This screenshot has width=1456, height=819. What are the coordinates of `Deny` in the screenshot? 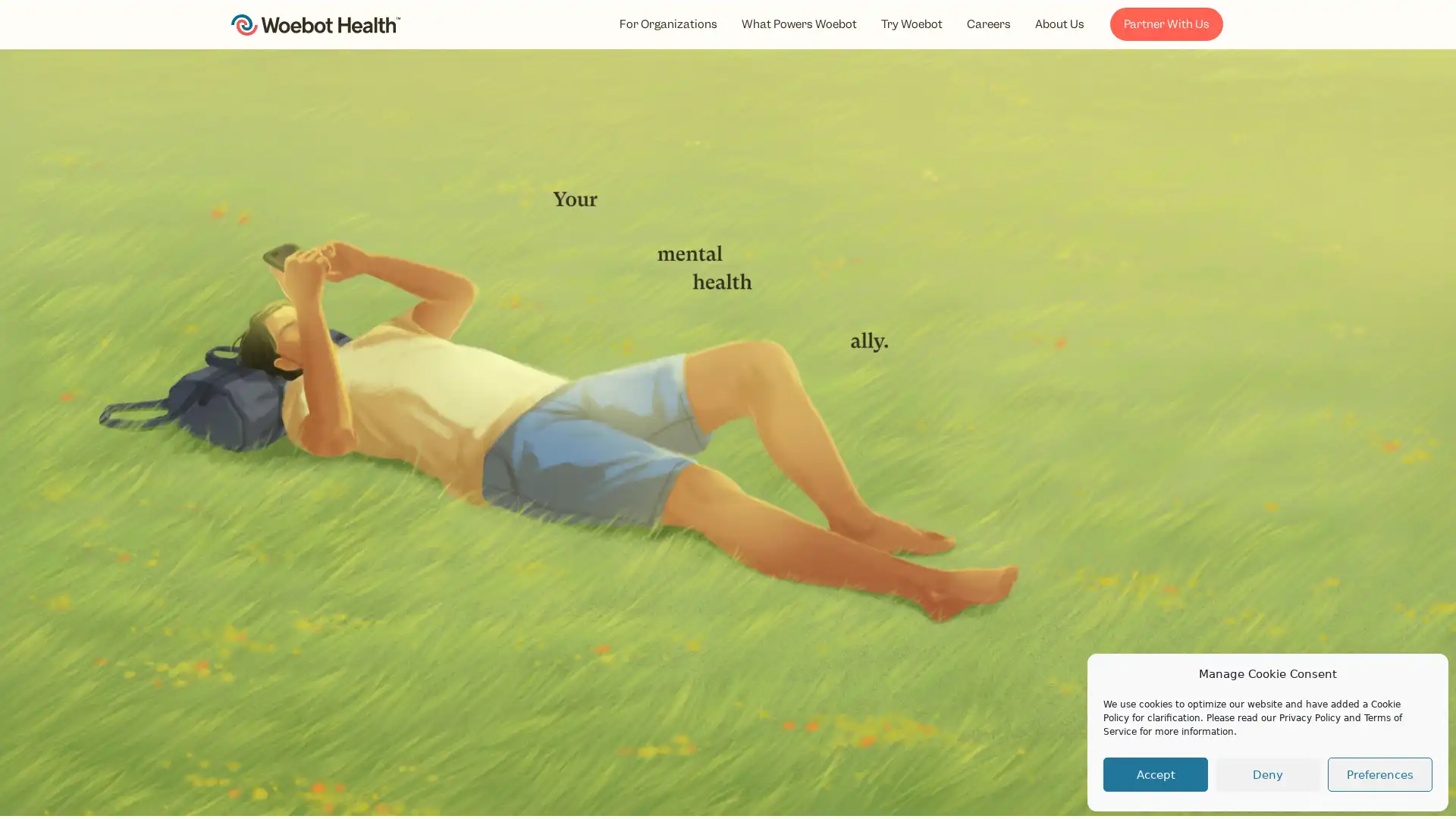 It's located at (1267, 774).